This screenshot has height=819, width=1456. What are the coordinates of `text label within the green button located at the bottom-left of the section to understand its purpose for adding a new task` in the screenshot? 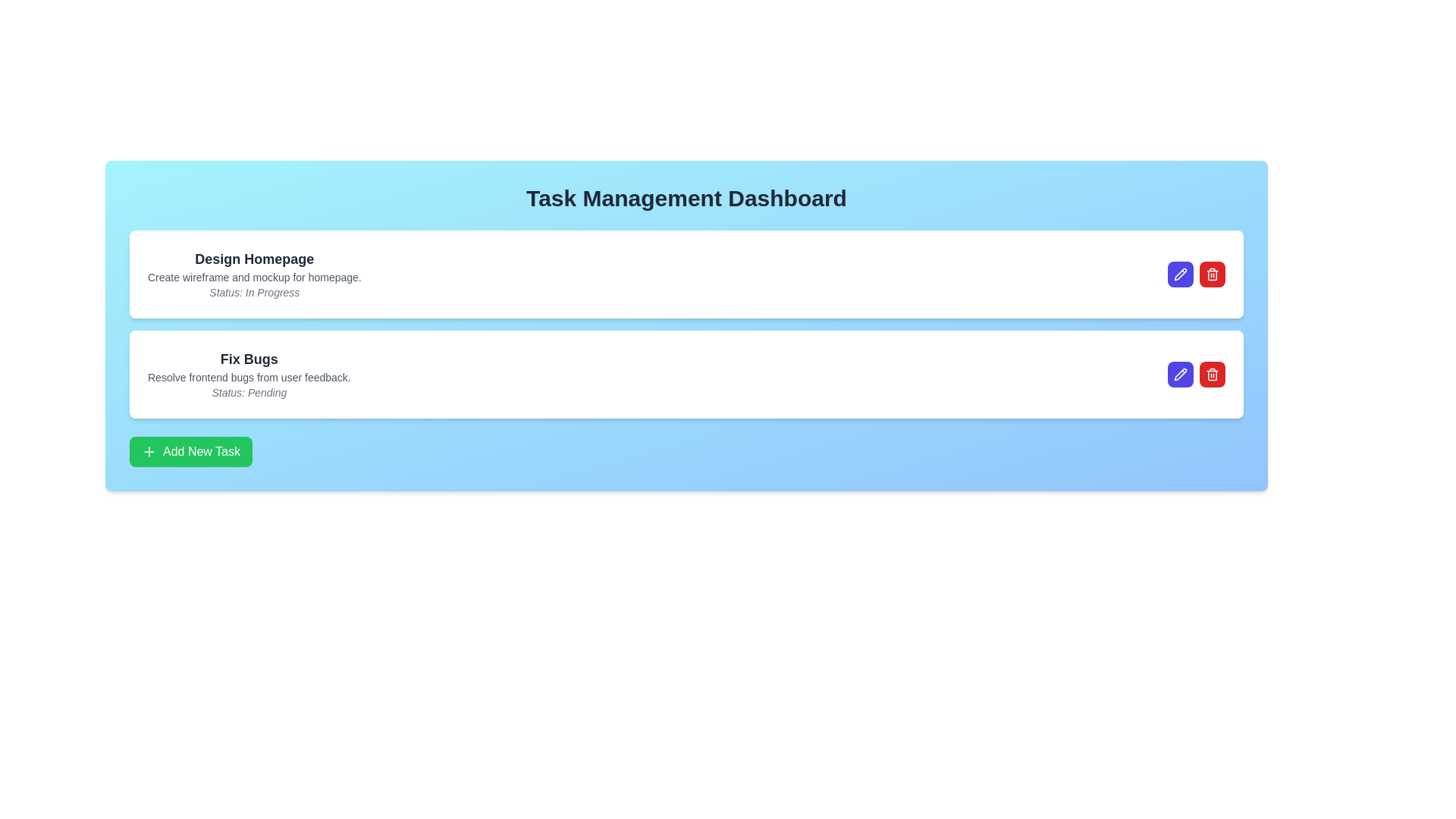 It's located at (200, 451).